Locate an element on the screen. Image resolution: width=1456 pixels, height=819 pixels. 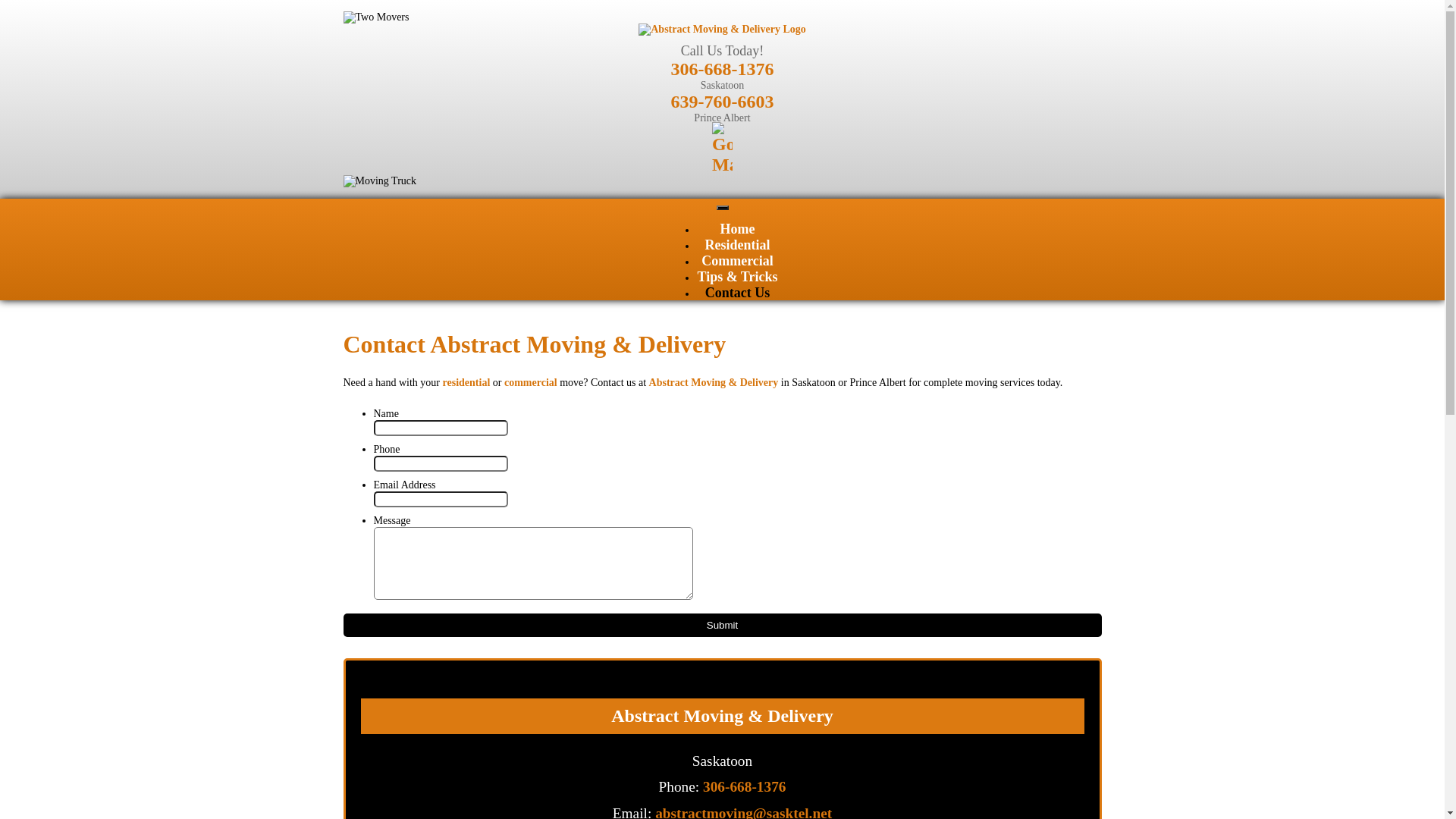
'Residential' is located at coordinates (736, 244).